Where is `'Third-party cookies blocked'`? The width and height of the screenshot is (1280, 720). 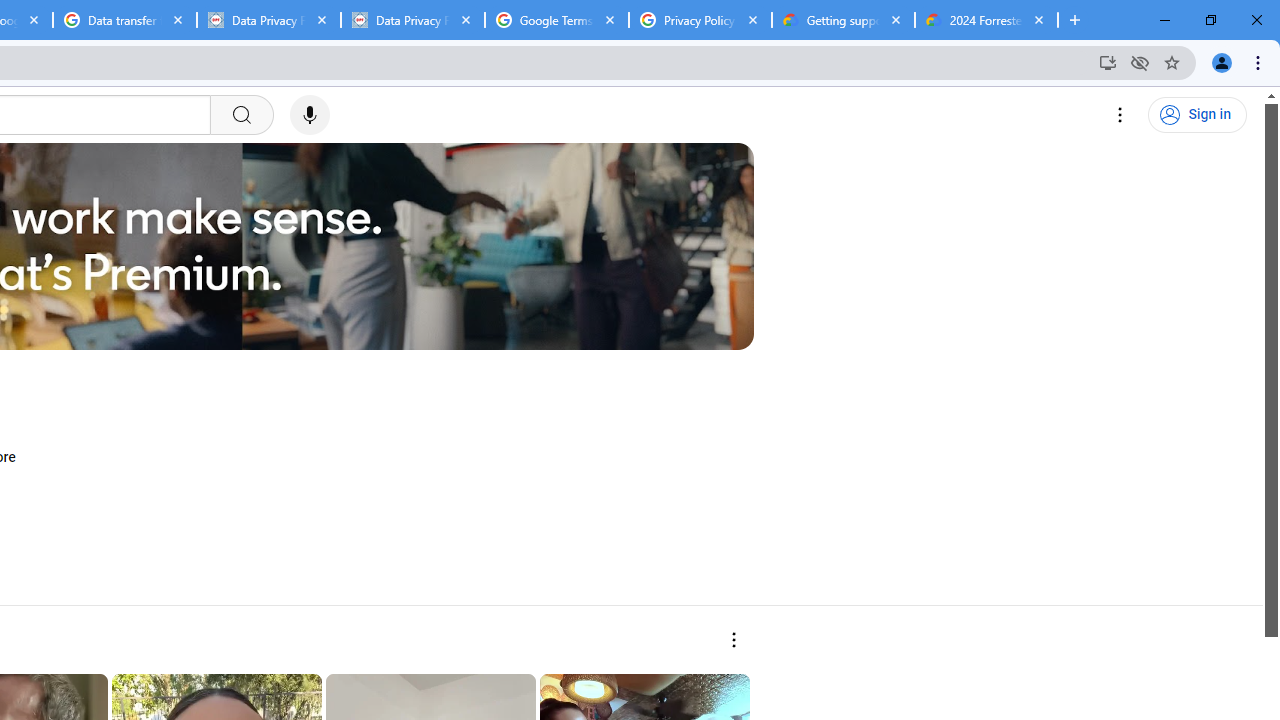
'Third-party cookies blocked' is located at coordinates (1139, 61).